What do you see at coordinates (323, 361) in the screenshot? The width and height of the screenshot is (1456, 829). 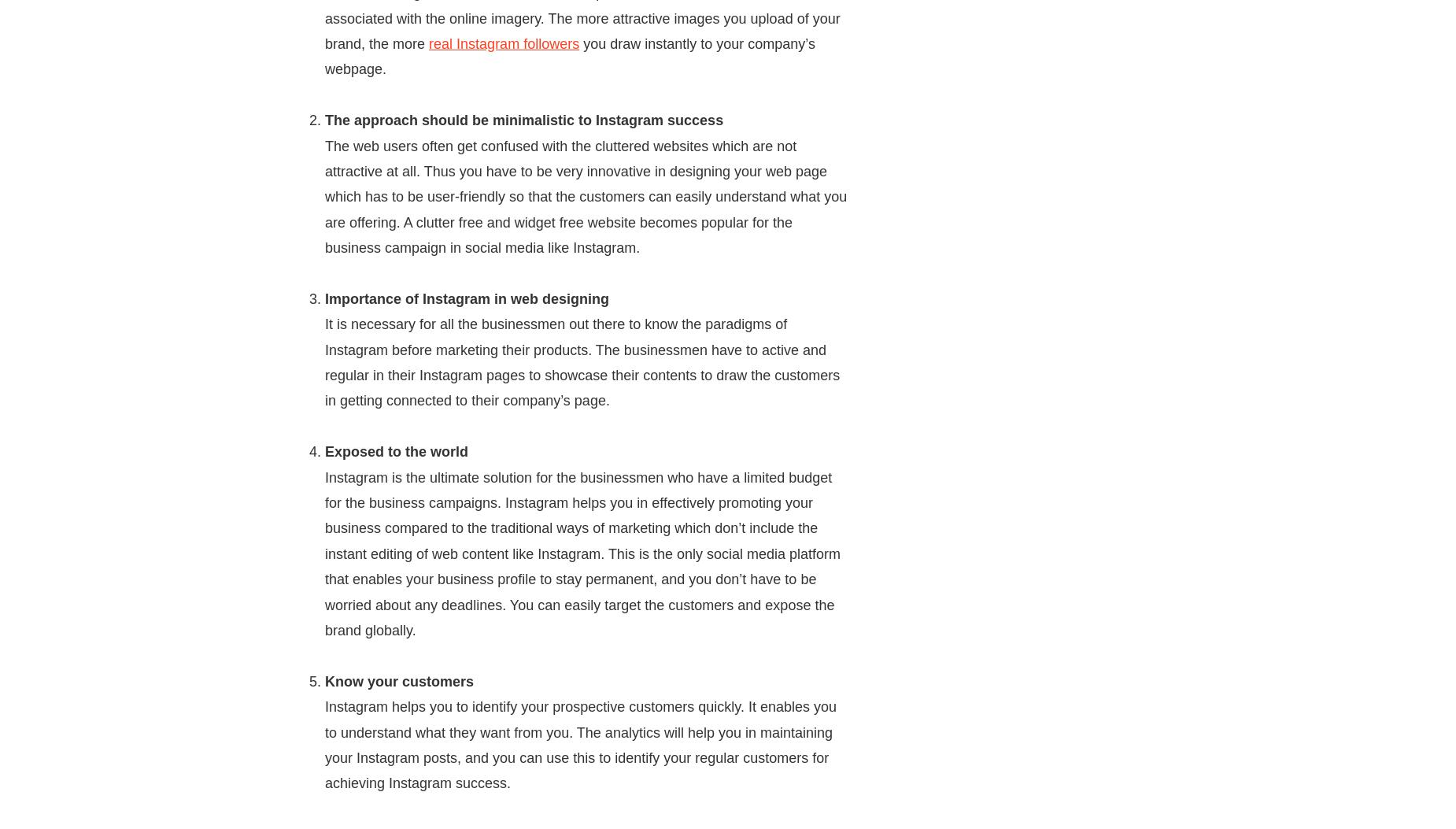 I see `'It is necessary for all the businessmen out there to know the paradigms of Instagram before marketing their products. The businessmen have to active and regular in their Instagram pages to showcase their contents to draw the customers in getting connected to their company’s page.'` at bounding box center [323, 361].